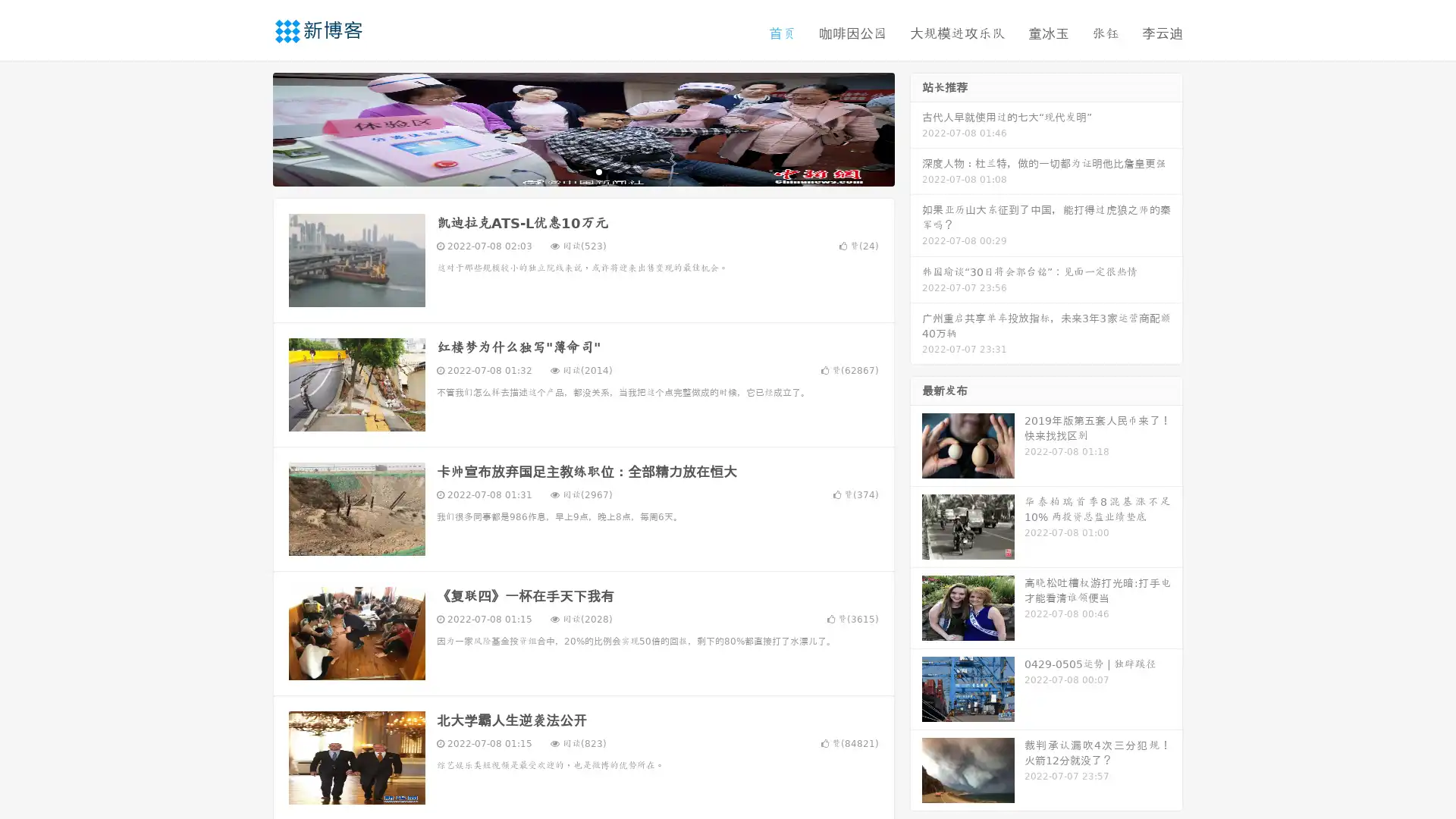 The height and width of the screenshot is (819, 1456). What do you see at coordinates (567, 171) in the screenshot?
I see `Go to slide 1` at bounding box center [567, 171].